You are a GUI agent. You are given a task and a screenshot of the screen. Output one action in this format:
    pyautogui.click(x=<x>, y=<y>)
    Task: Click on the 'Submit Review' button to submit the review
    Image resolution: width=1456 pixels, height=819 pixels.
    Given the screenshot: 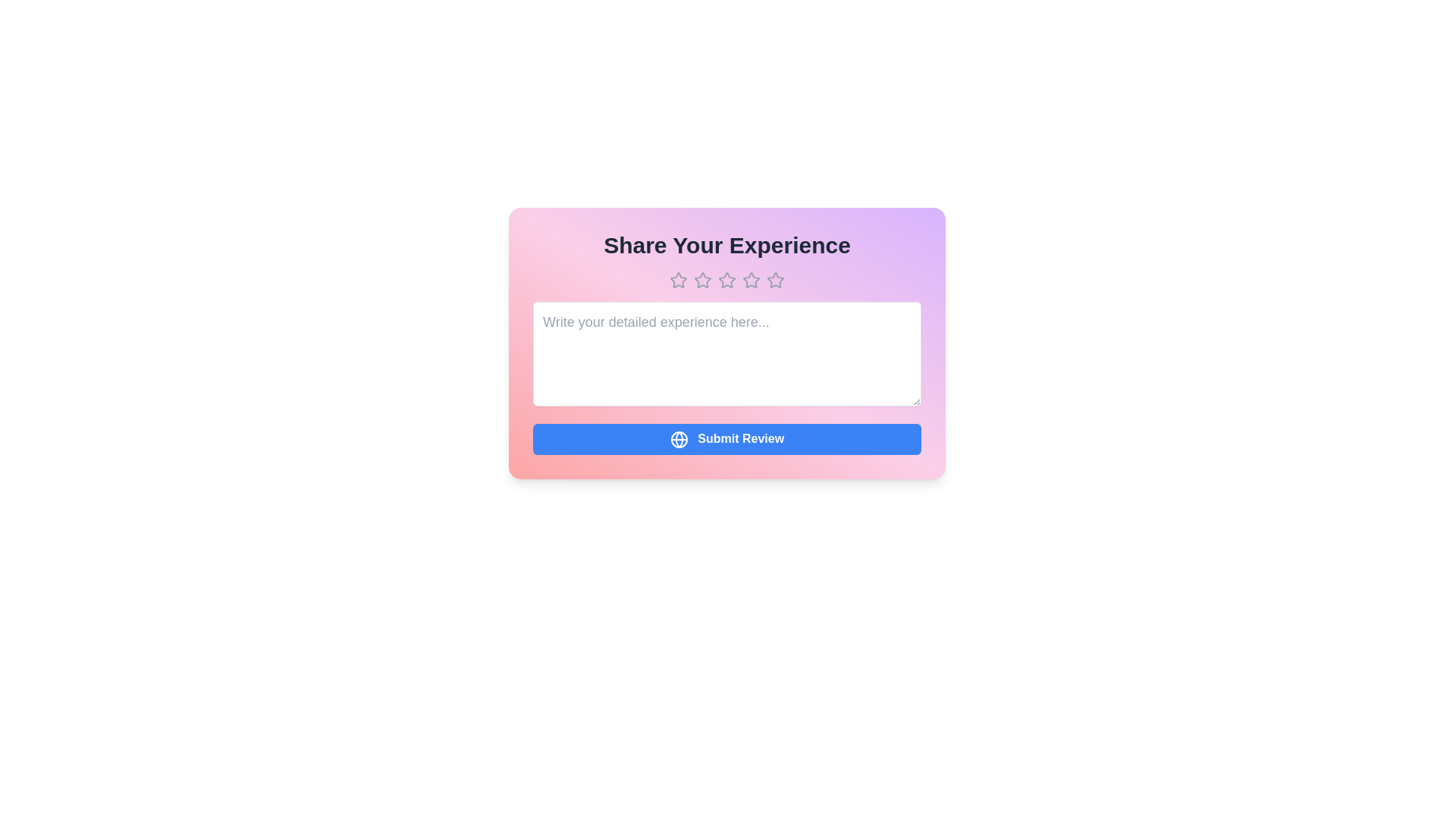 What is the action you would take?
    pyautogui.click(x=726, y=438)
    